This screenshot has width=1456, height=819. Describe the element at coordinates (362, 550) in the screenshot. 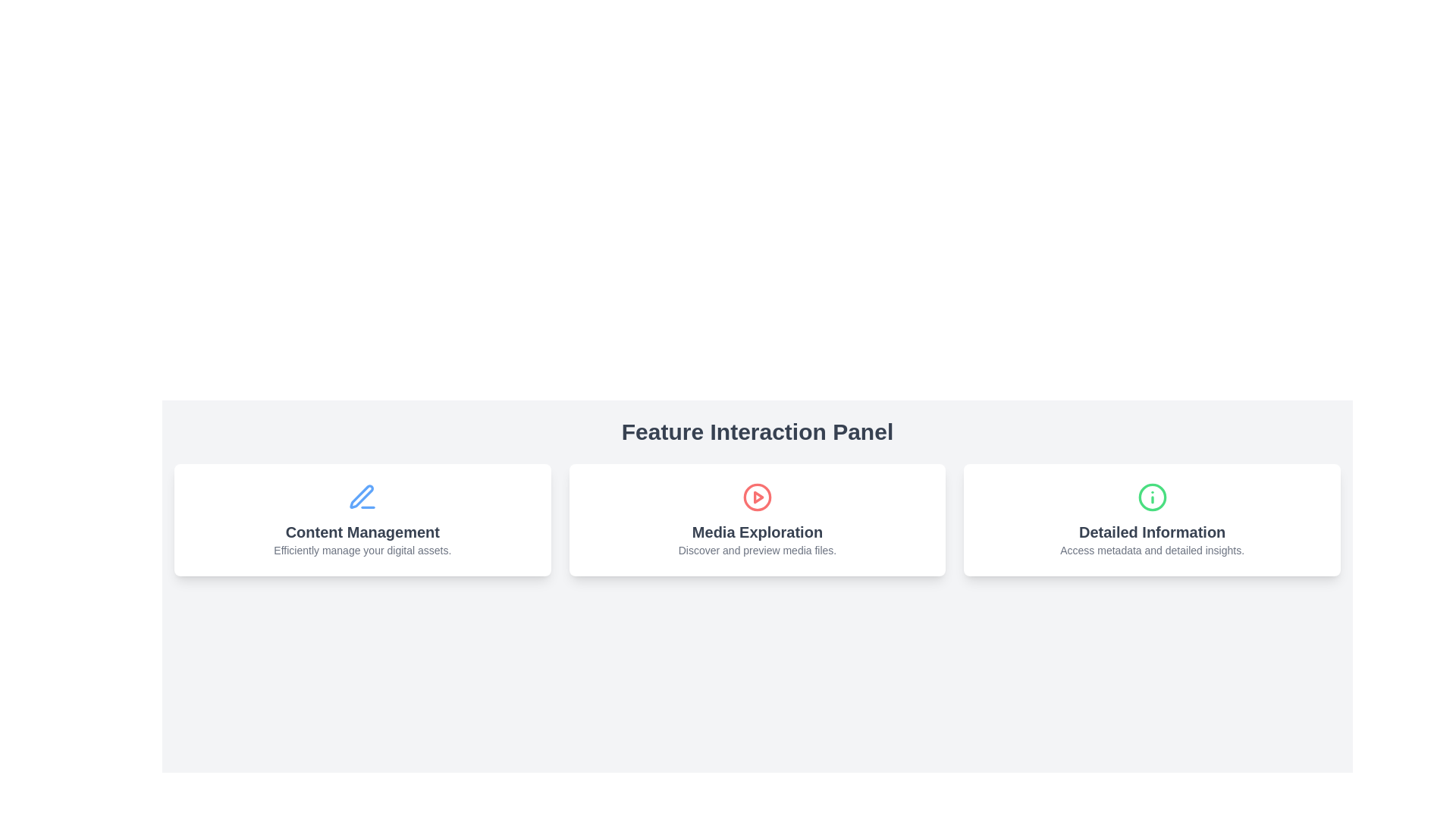

I see `the subtitle text element located directly below the 'Content Management' title in the leftmost card` at that location.